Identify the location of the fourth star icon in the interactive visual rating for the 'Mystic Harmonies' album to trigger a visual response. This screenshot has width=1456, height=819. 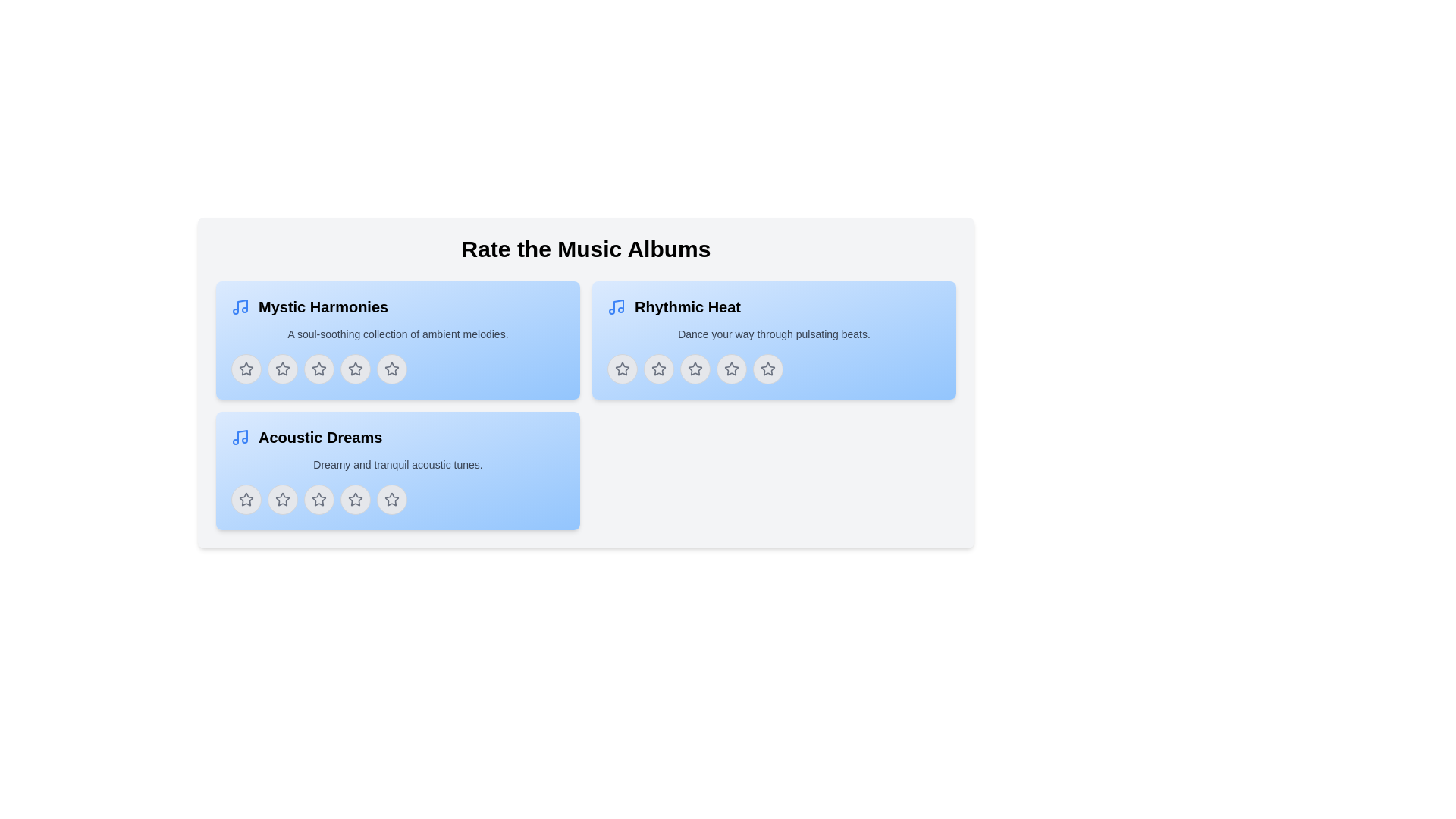
(392, 369).